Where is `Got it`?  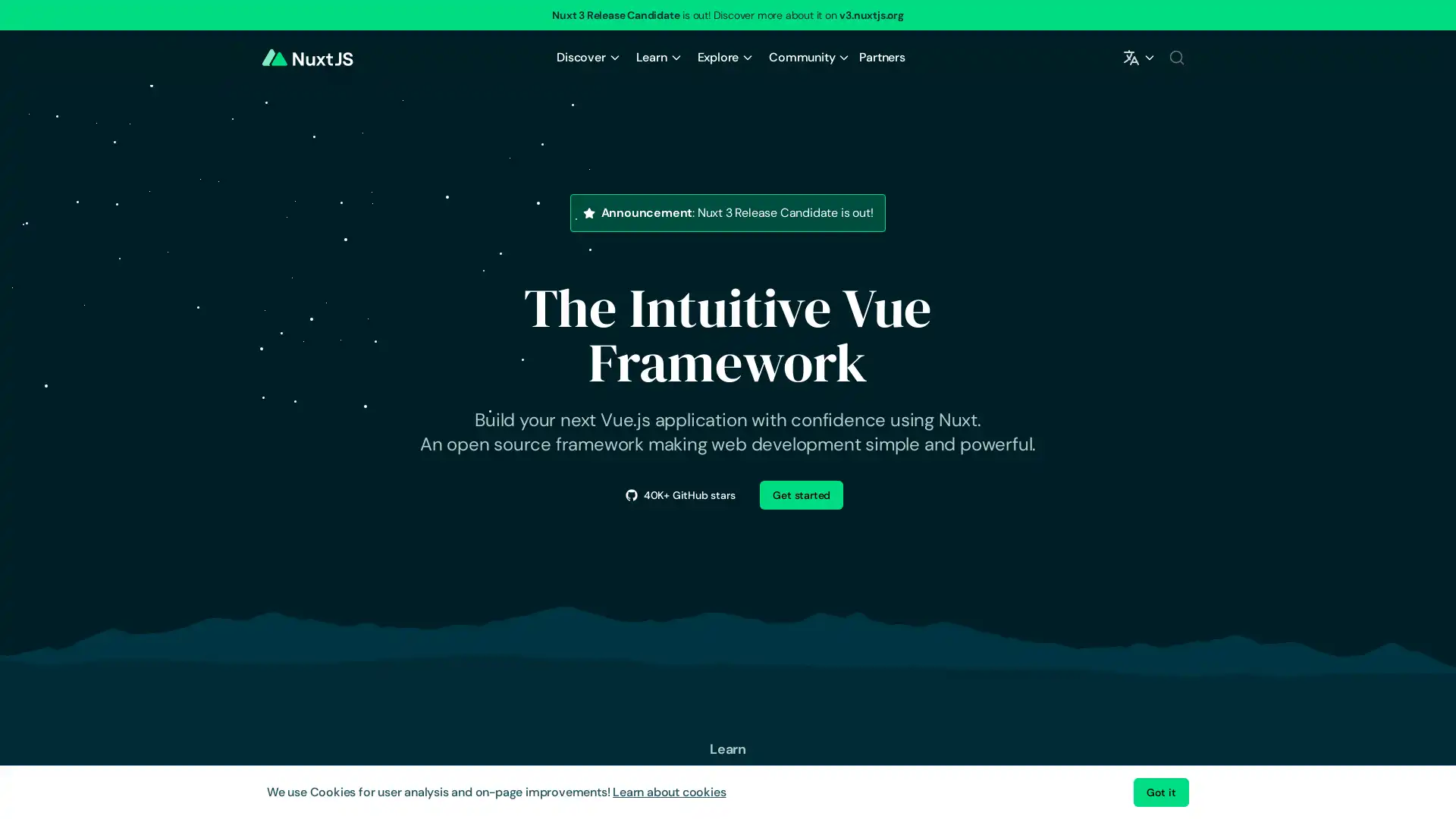
Got it is located at coordinates (1160, 792).